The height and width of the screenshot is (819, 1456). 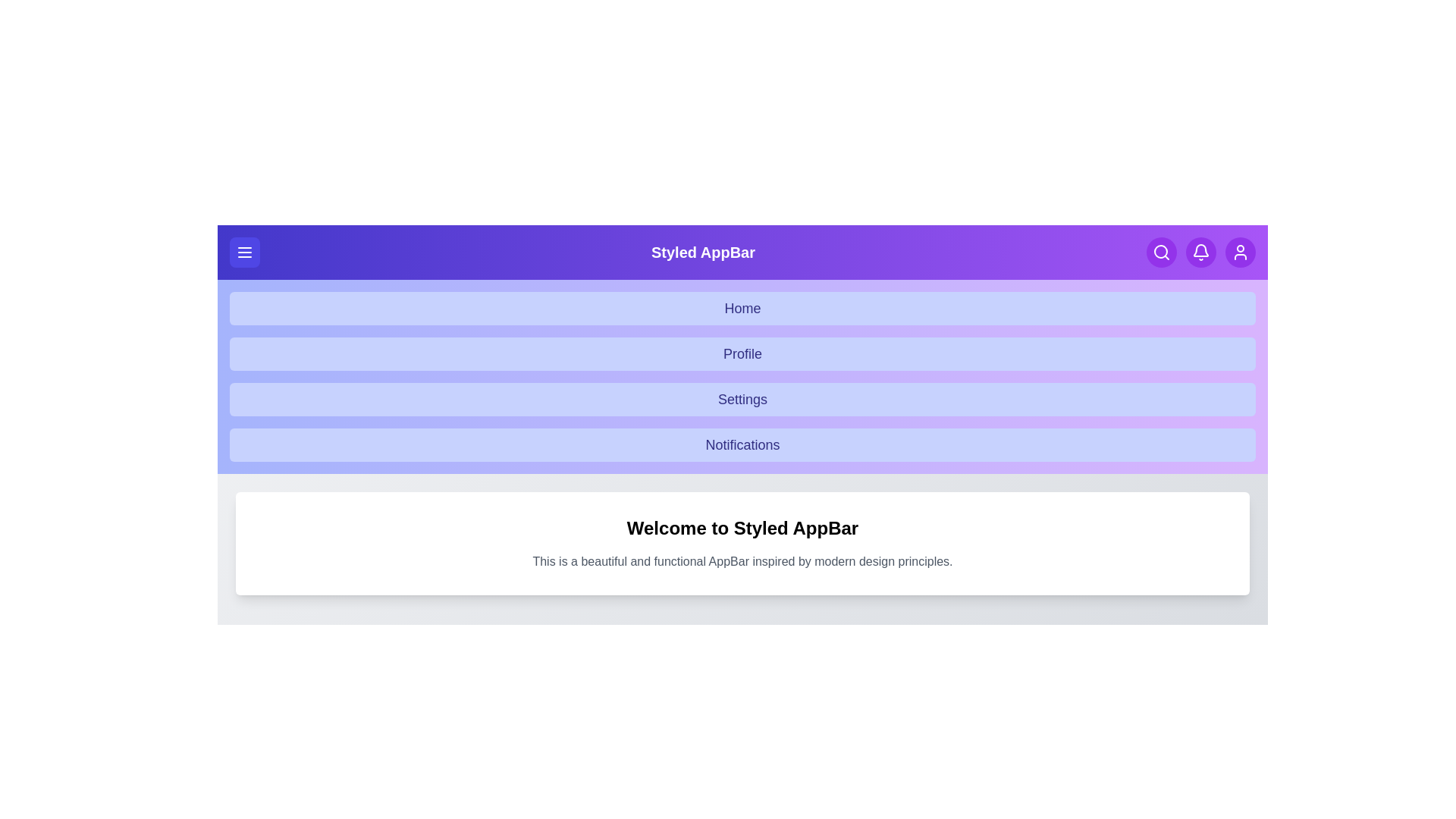 I want to click on the notifications button (bell icon) to access notifications, so click(x=1200, y=251).